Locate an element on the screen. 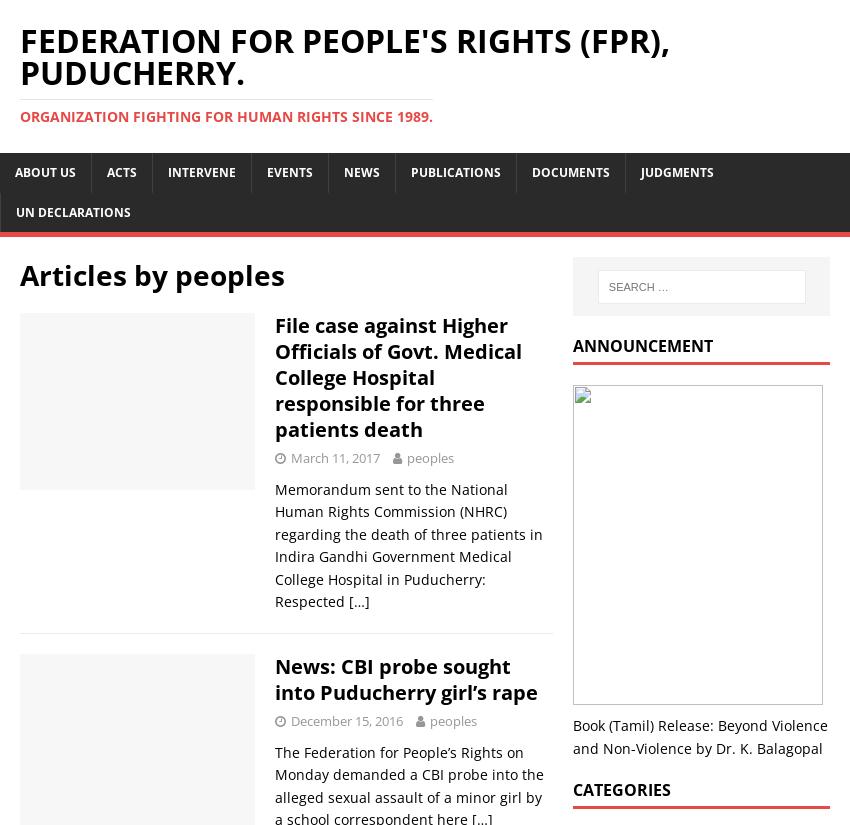  'Federation for People's Rights (FPR), Puducherry.' is located at coordinates (344, 56).